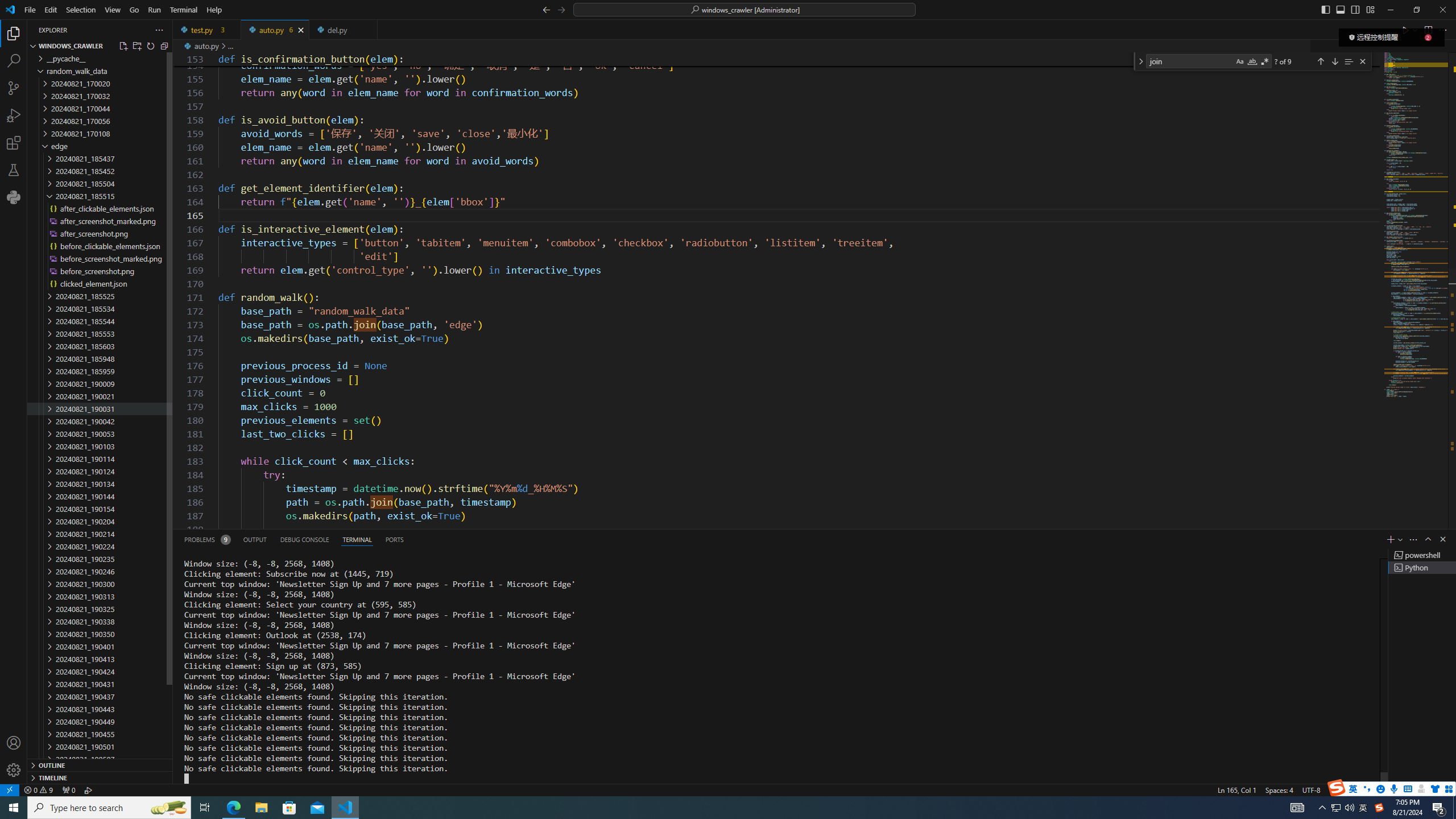 The image size is (1456, 819). I want to click on 'Warnings: 9', so click(37, 789).